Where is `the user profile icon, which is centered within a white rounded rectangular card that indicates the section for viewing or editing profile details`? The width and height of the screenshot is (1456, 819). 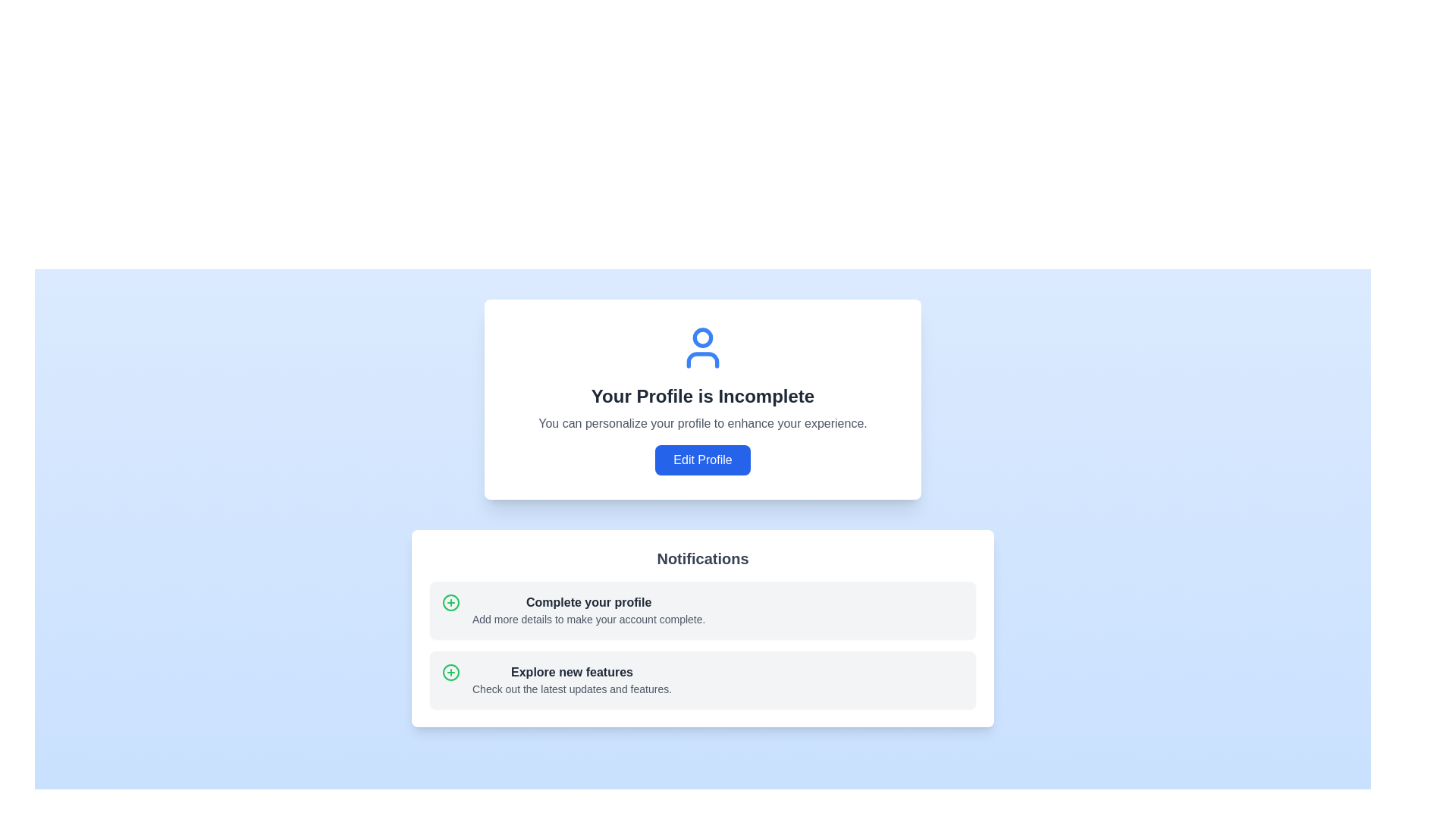
the user profile icon, which is centered within a white rounded rectangular card that indicates the section for viewing or editing profile details is located at coordinates (701, 348).